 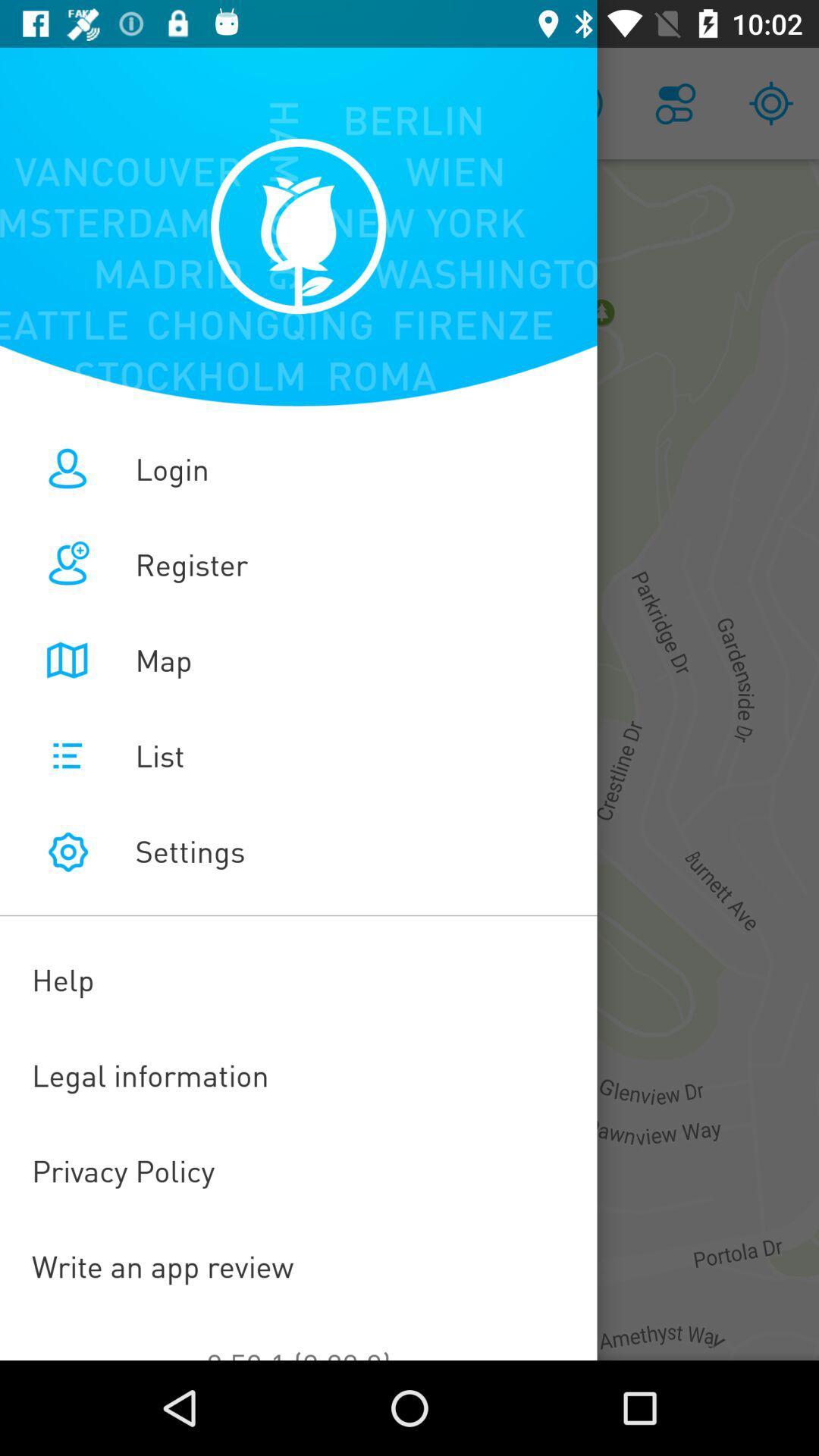 I want to click on the icon left to the recentric icon, so click(x=675, y=103).